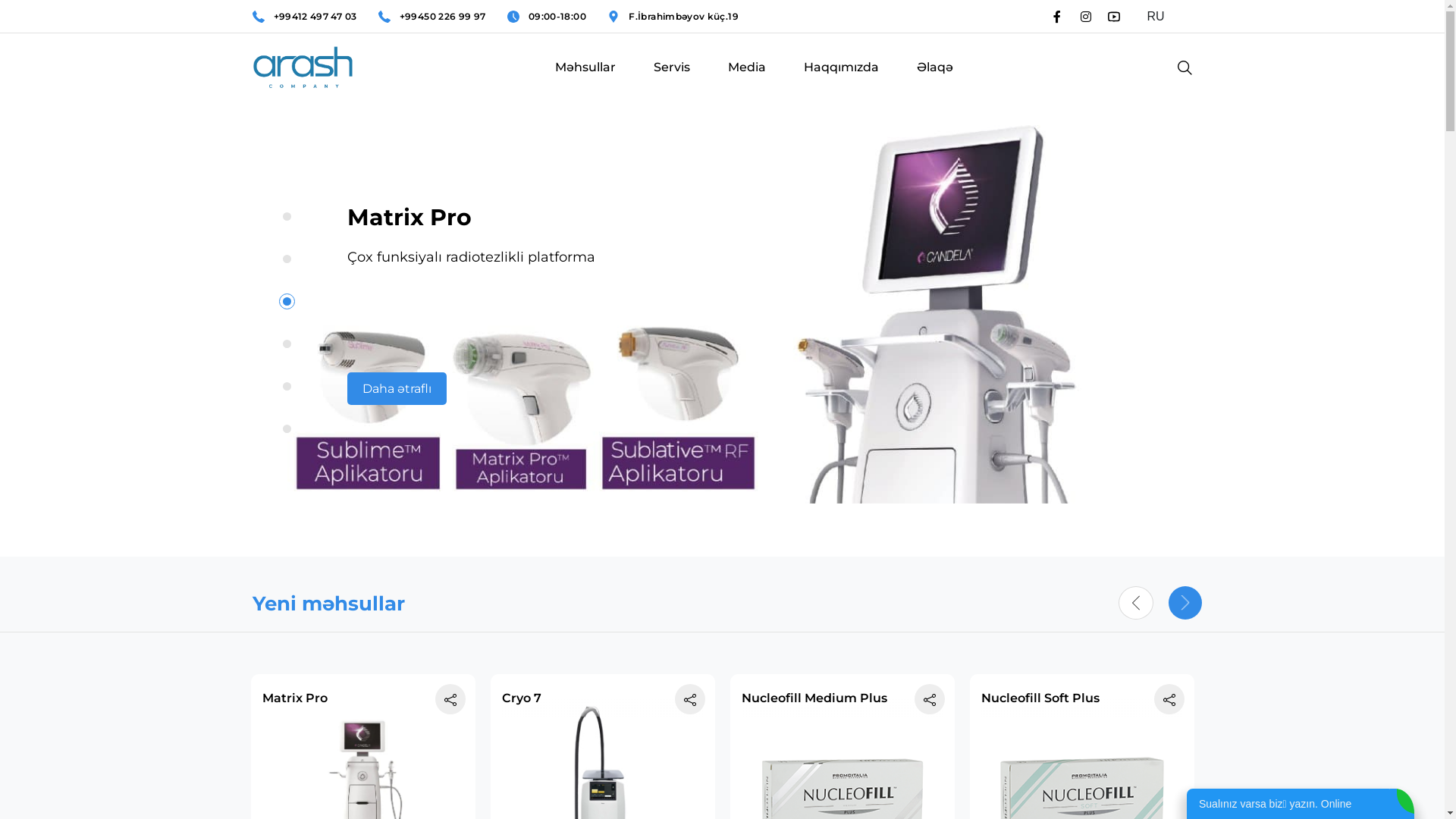 Image resolution: width=1456 pixels, height=819 pixels. What do you see at coordinates (286, 258) in the screenshot?
I see `'2'` at bounding box center [286, 258].